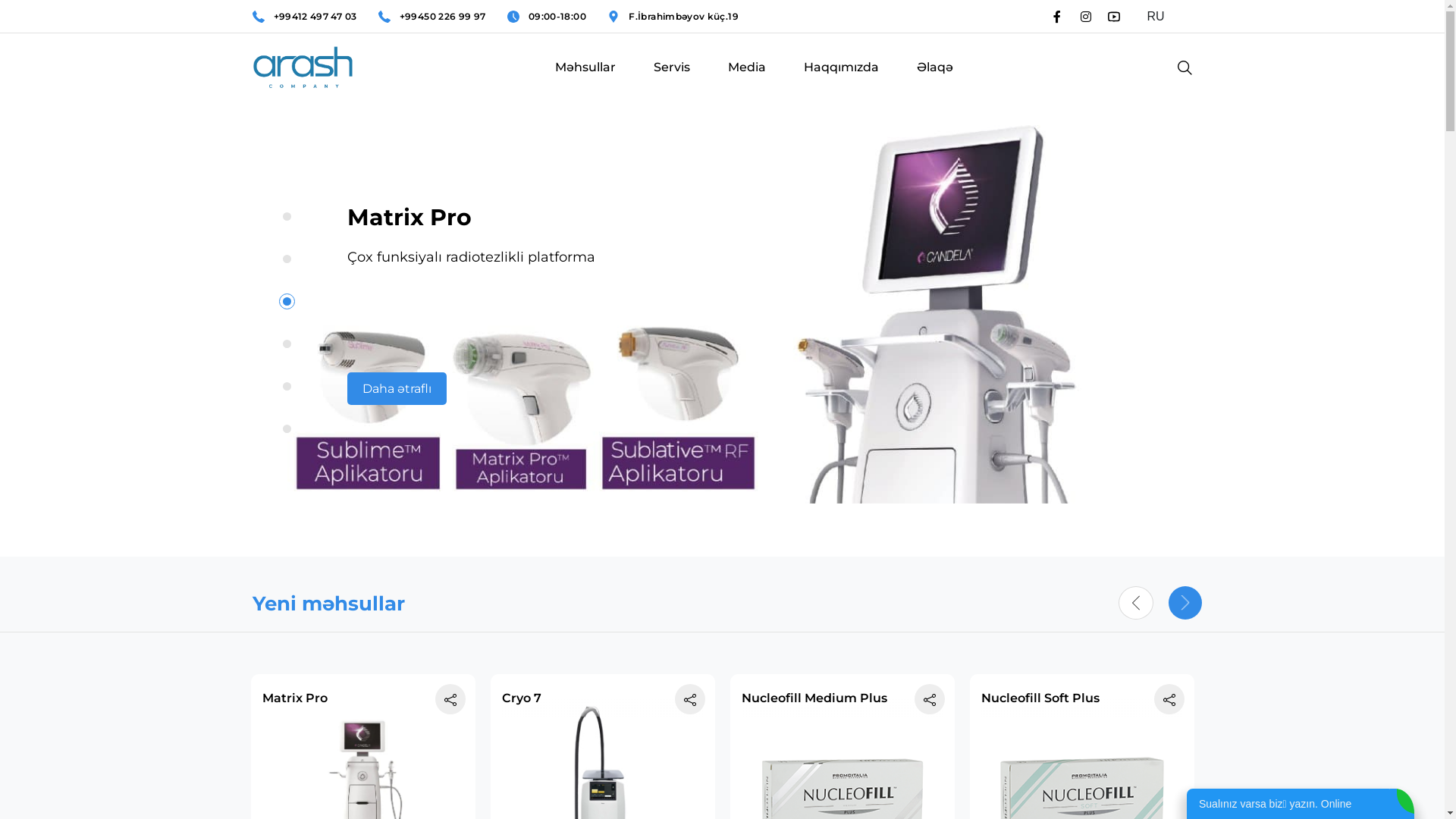 Image resolution: width=1456 pixels, height=819 pixels. What do you see at coordinates (286, 258) in the screenshot?
I see `'2'` at bounding box center [286, 258].